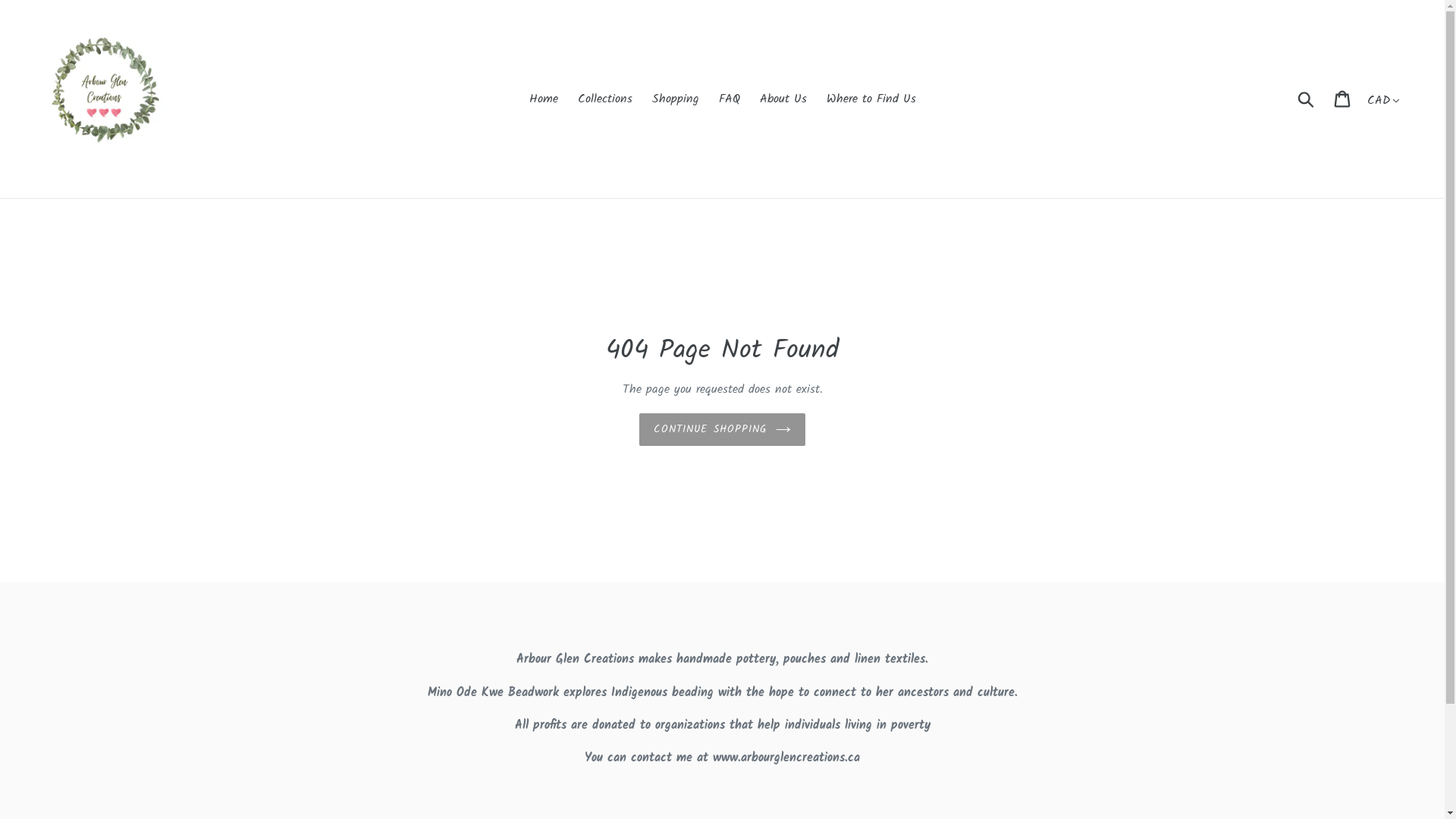 This screenshot has width=1456, height=819. I want to click on 'Collections', so click(604, 99).